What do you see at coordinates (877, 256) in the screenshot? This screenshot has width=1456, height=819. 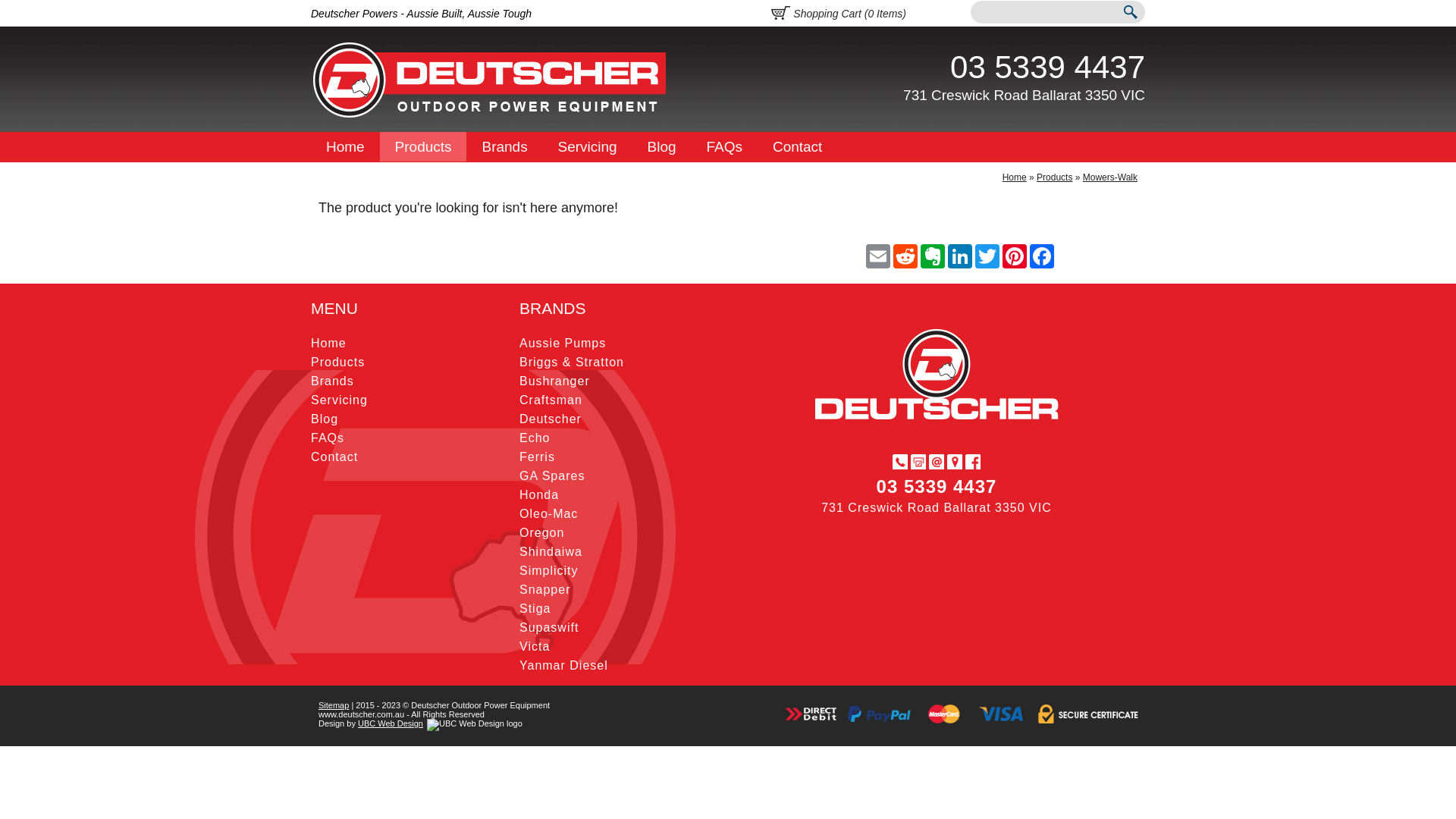 I see `'Email'` at bounding box center [877, 256].